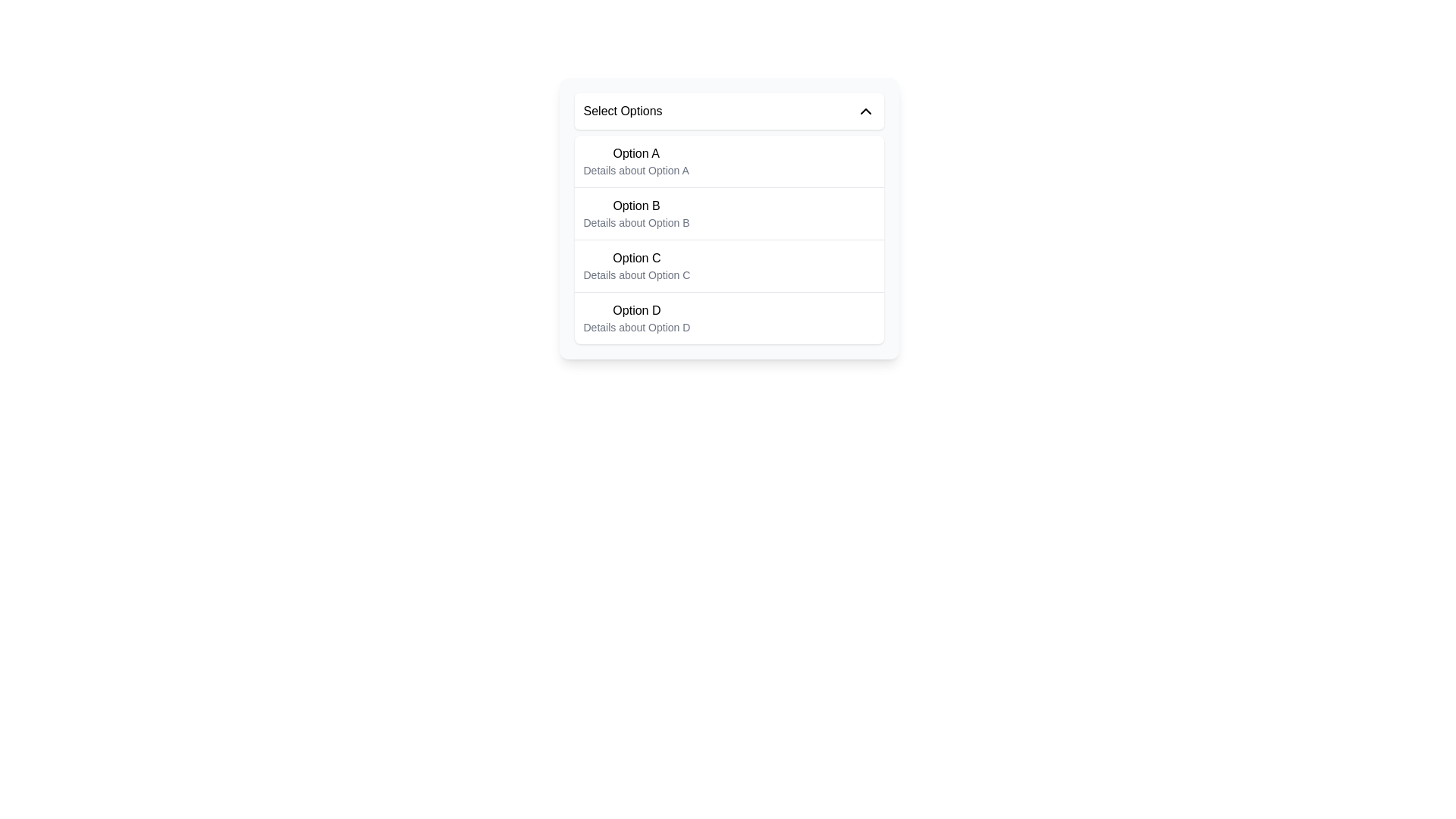 Image resolution: width=1456 pixels, height=819 pixels. Describe the element at coordinates (636, 213) in the screenshot. I see `to select 'Option B' from the dropdown menu, which is the second option in the list under 'Select Options'` at that location.